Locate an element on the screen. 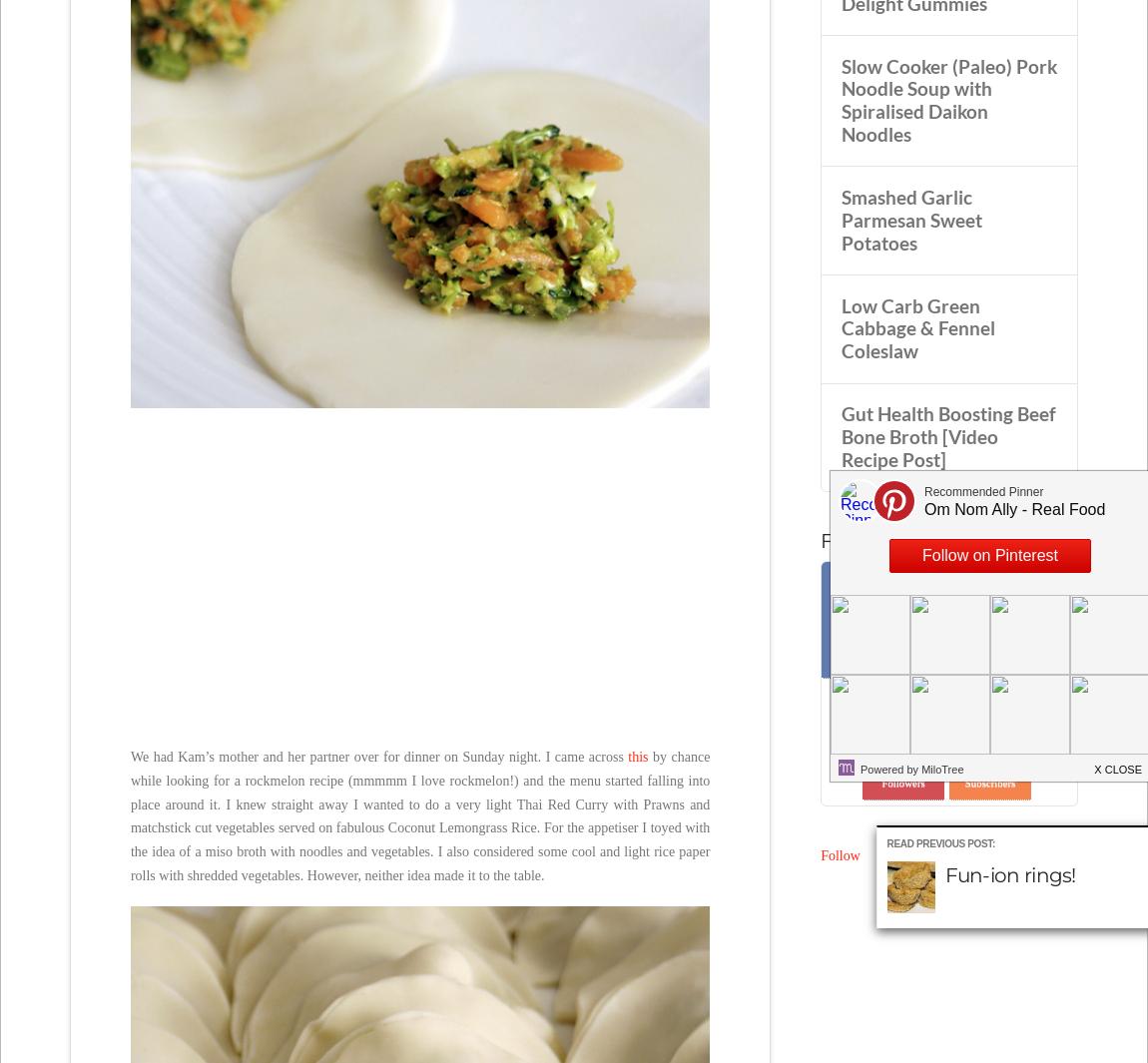 The height and width of the screenshot is (1063, 1148). 'Smashed Garlic Parmesan Sweet Potatoes' is located at coordinates (910, 219).